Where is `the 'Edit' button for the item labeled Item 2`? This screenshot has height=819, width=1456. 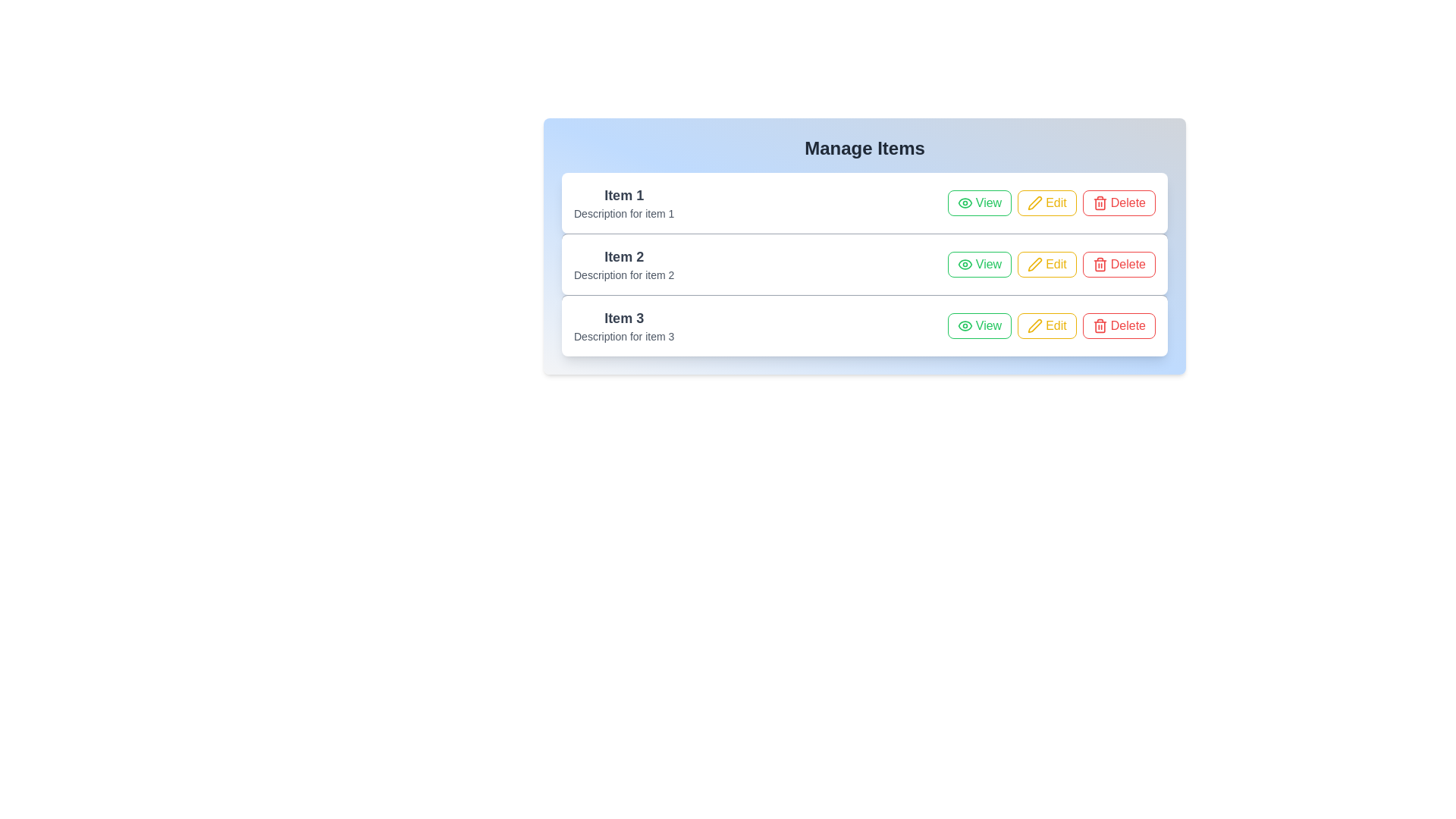
the 'Edit' button for the item labeled Item 2 is located at coordinates (1046, 263).